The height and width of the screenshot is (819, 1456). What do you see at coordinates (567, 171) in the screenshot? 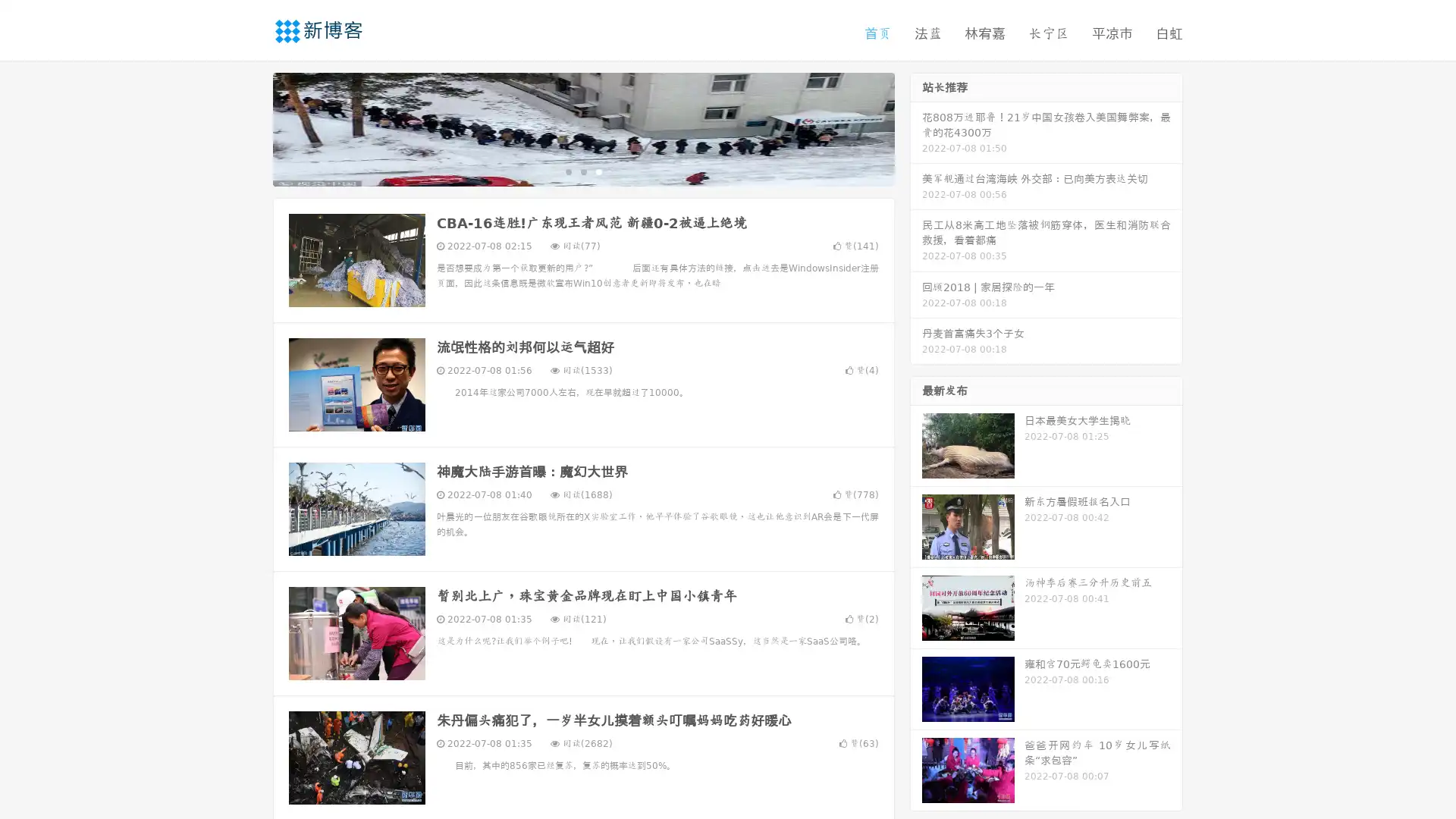
I see `Go to slide 1` at bounding box center [567, 171].